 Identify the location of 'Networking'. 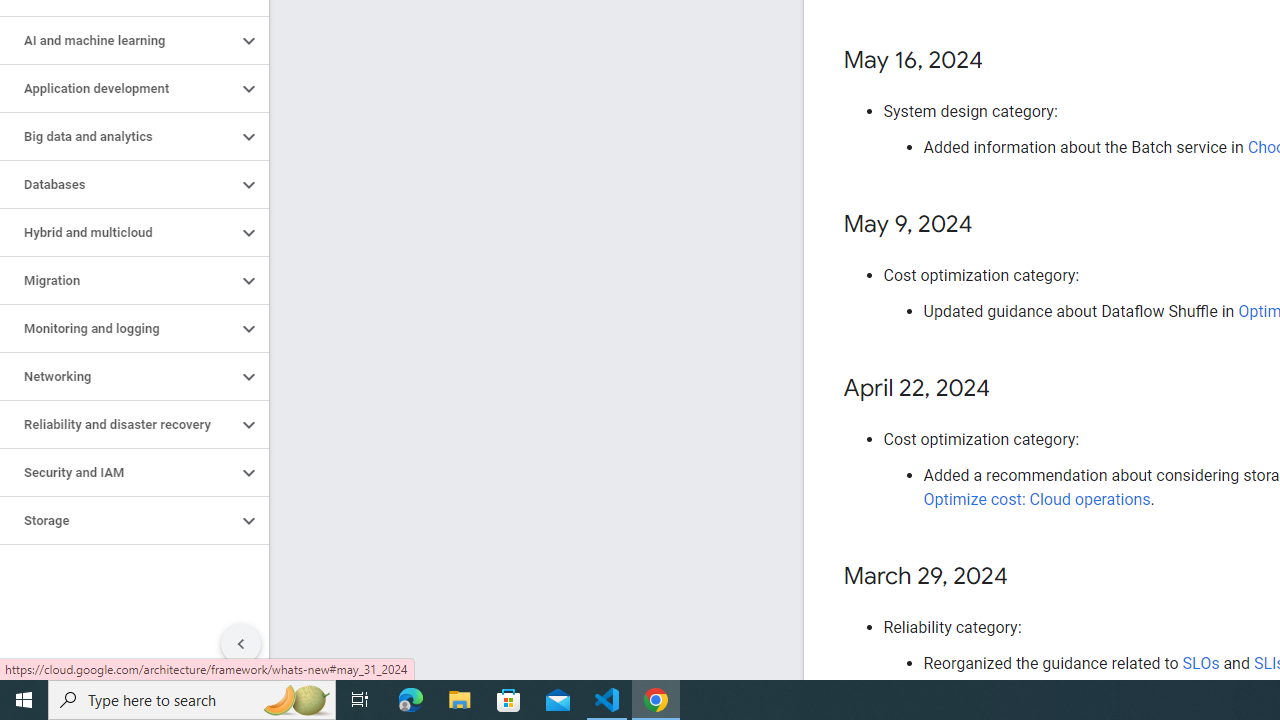
(117, 376).